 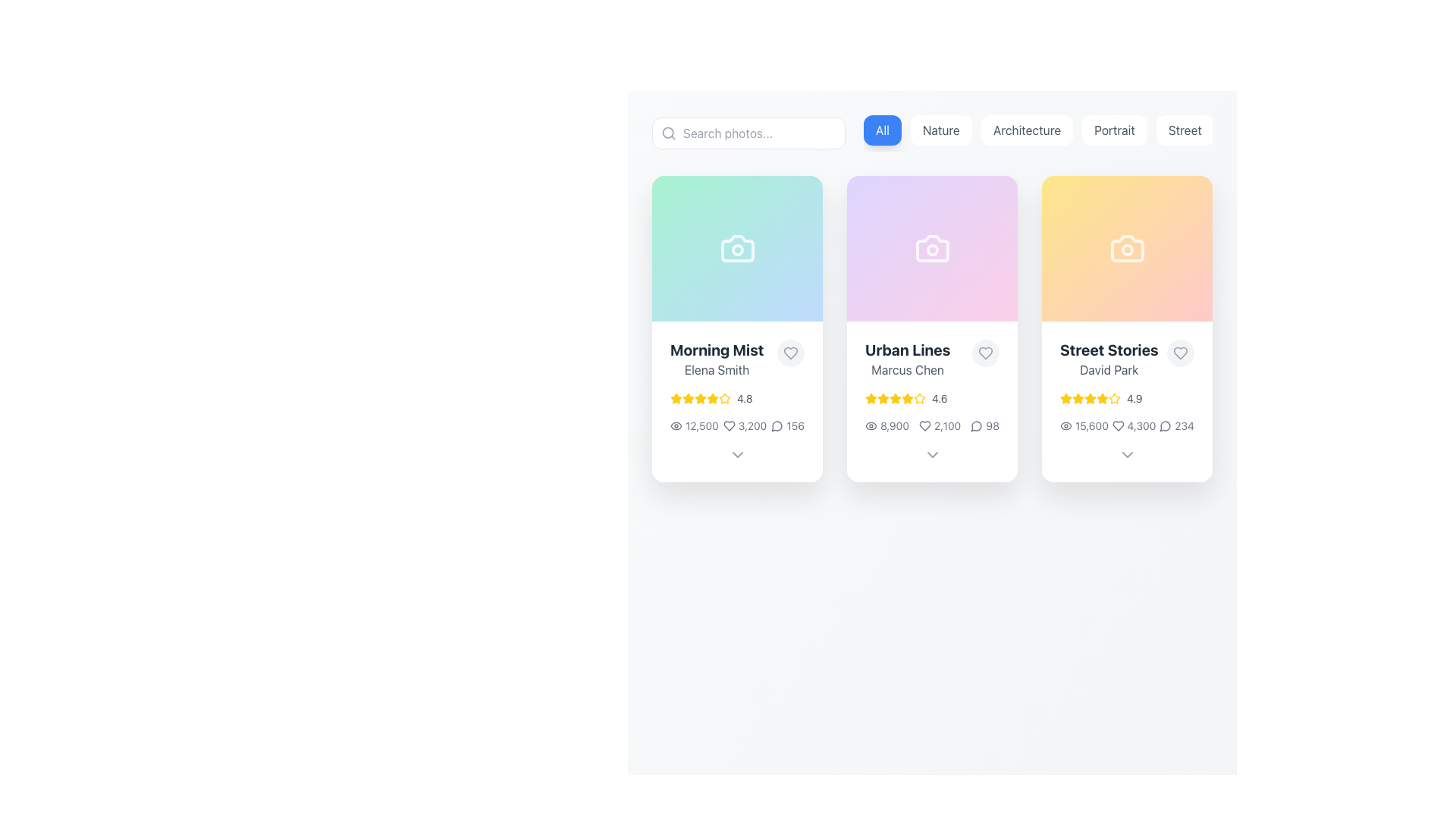 I want to click on the message/comment icon located within the 'Morning Mist' card by 'Elena Smith', so click(x=777, y=426).